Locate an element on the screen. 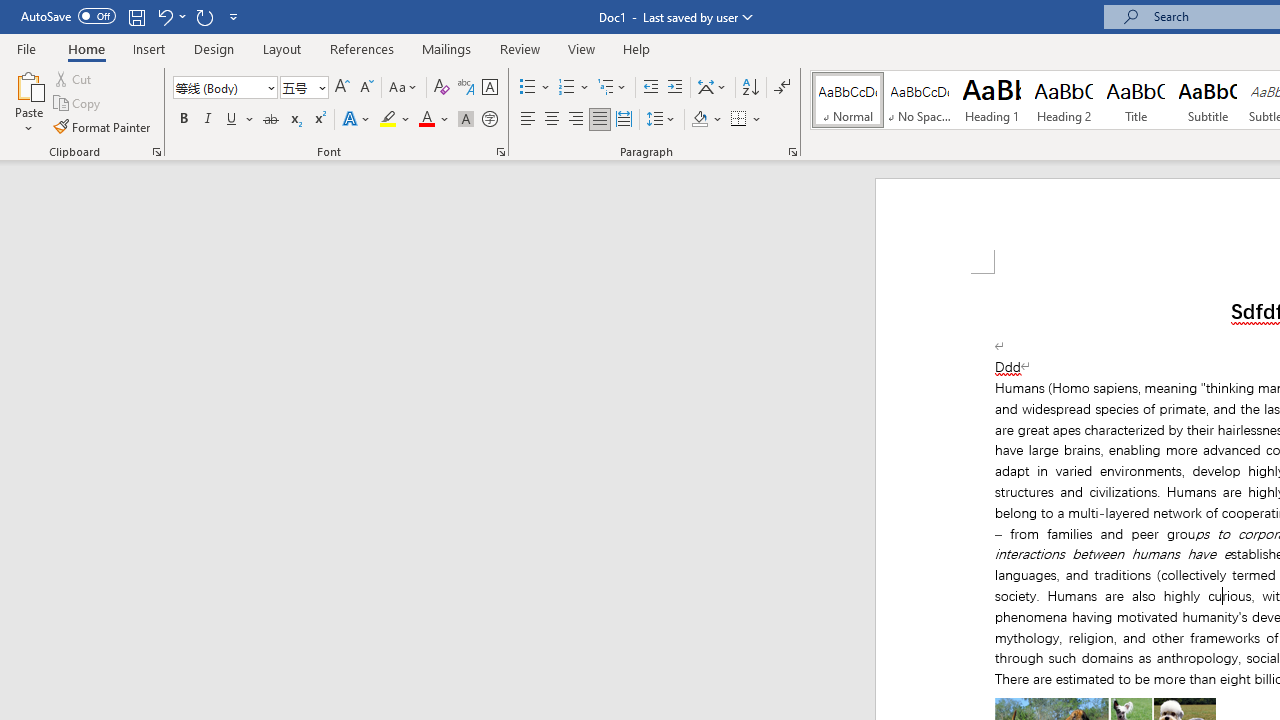 Image resolution: width=1280 pixels, height=720 pixels. 'Sort...' is located at coordinates (749, 86).